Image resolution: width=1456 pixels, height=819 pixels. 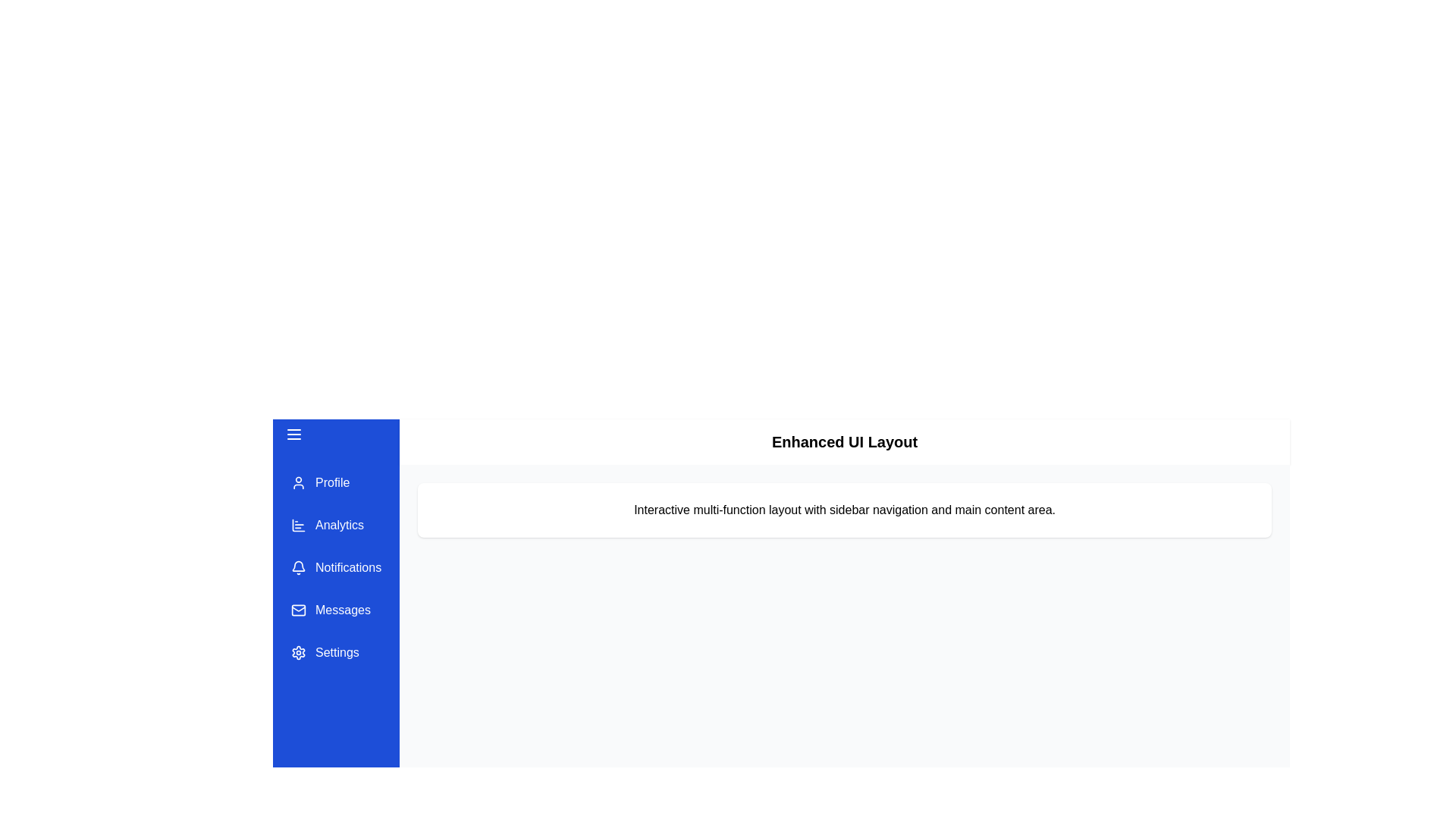 What do you see at coordinates (298, 610) in the screenshot?
I see `the envelope icon representing messages, which is outlined with a rounded rectangular shape, located in the sidebar's 'Messages' menu item` at bounding box center [298, 610].